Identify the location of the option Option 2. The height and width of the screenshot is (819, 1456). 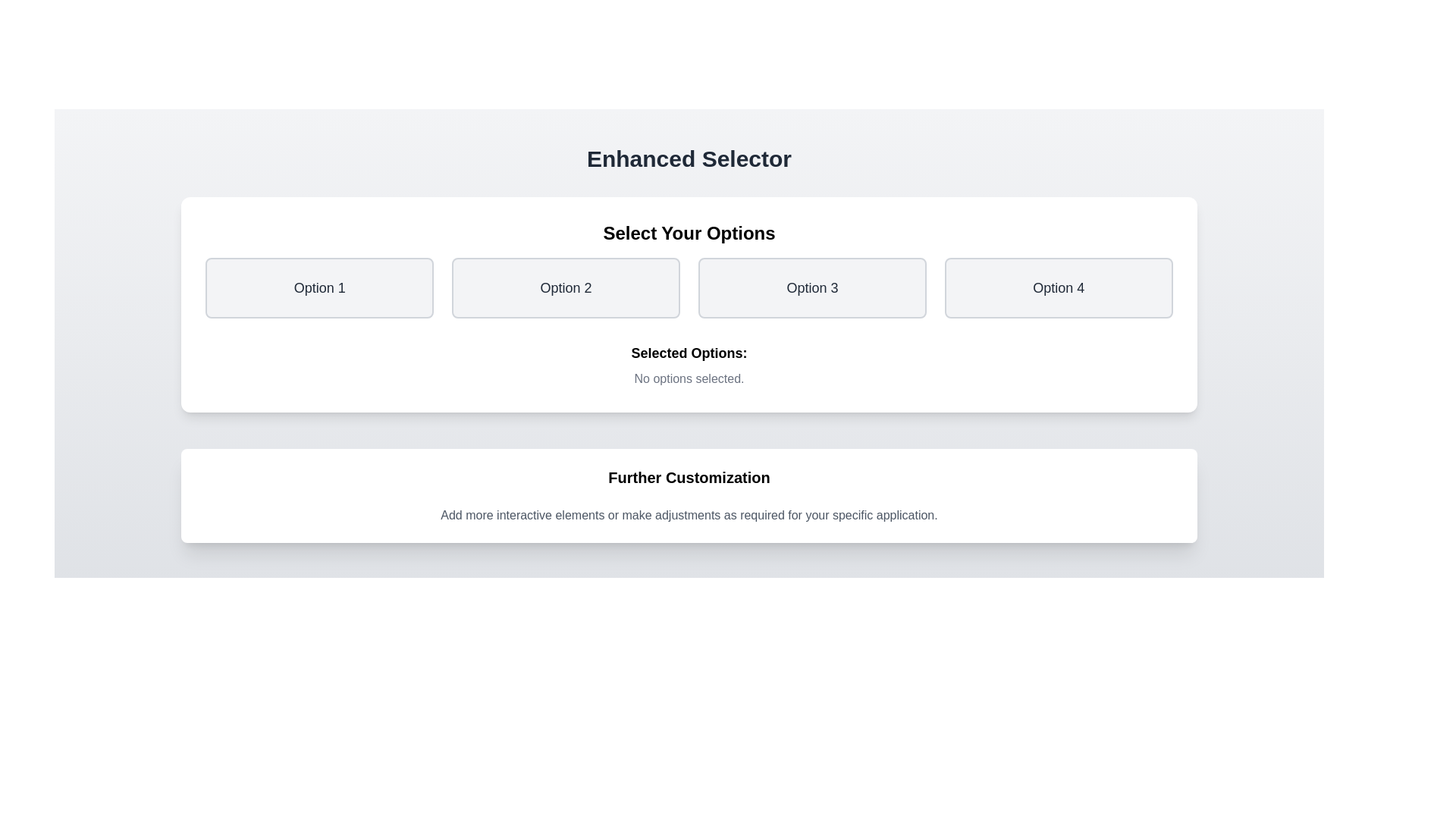
(565, 288).